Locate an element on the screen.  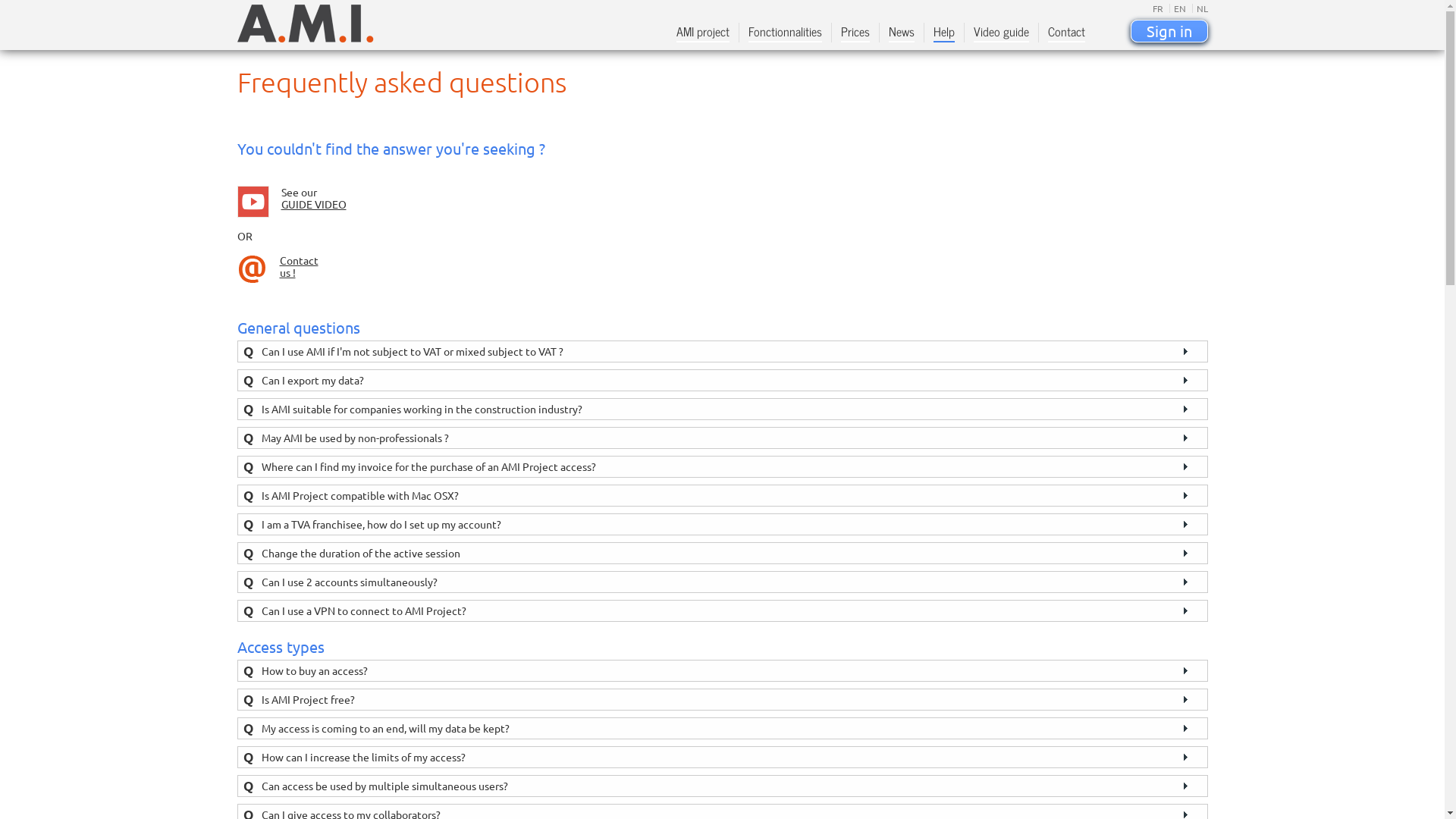
'Q My access is coming to an end, will my data be kept?' is located at coordinates (720, 727).